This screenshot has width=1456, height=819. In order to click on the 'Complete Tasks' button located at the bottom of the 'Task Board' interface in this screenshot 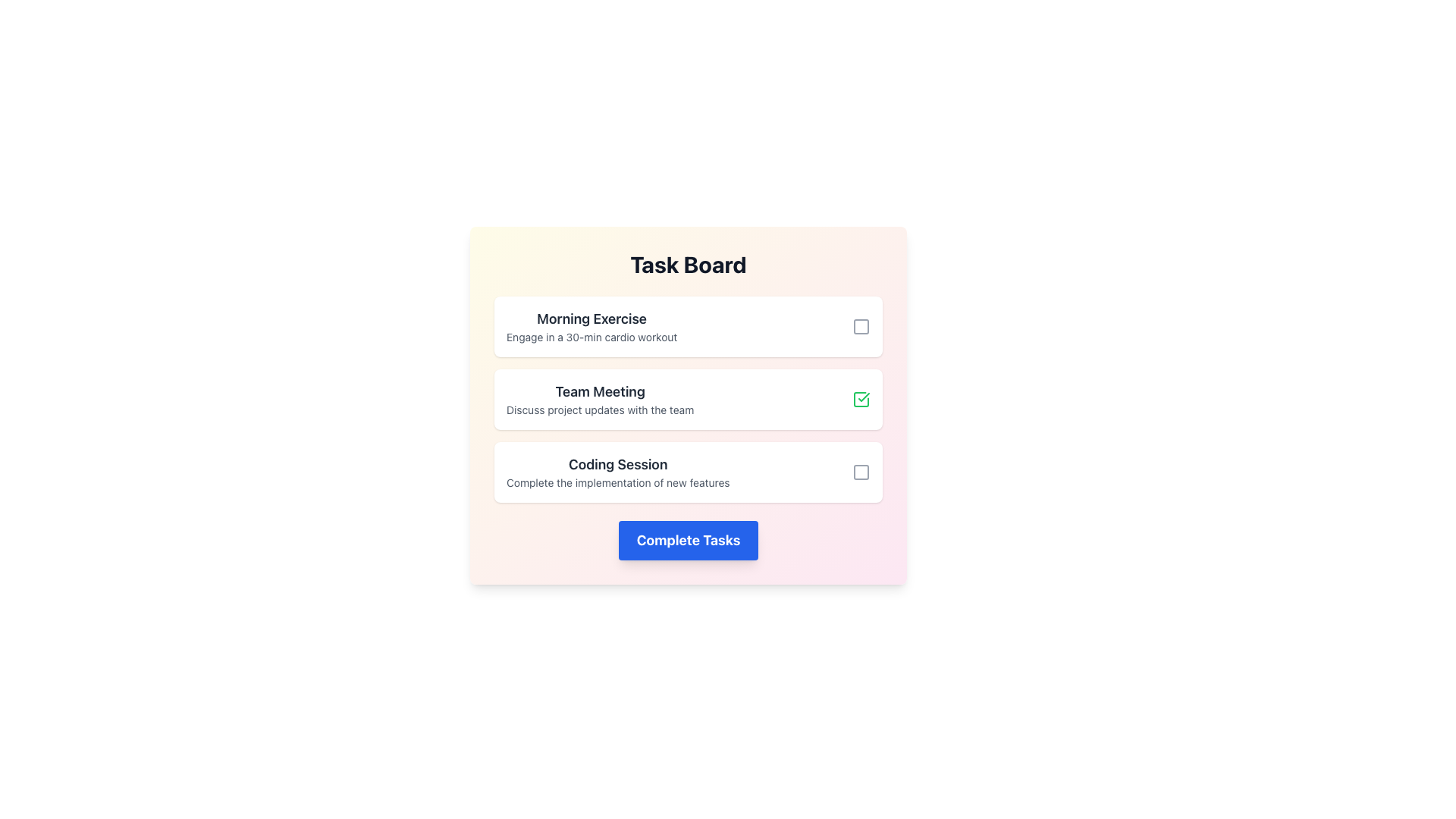, I will do `click(687, 540)`.